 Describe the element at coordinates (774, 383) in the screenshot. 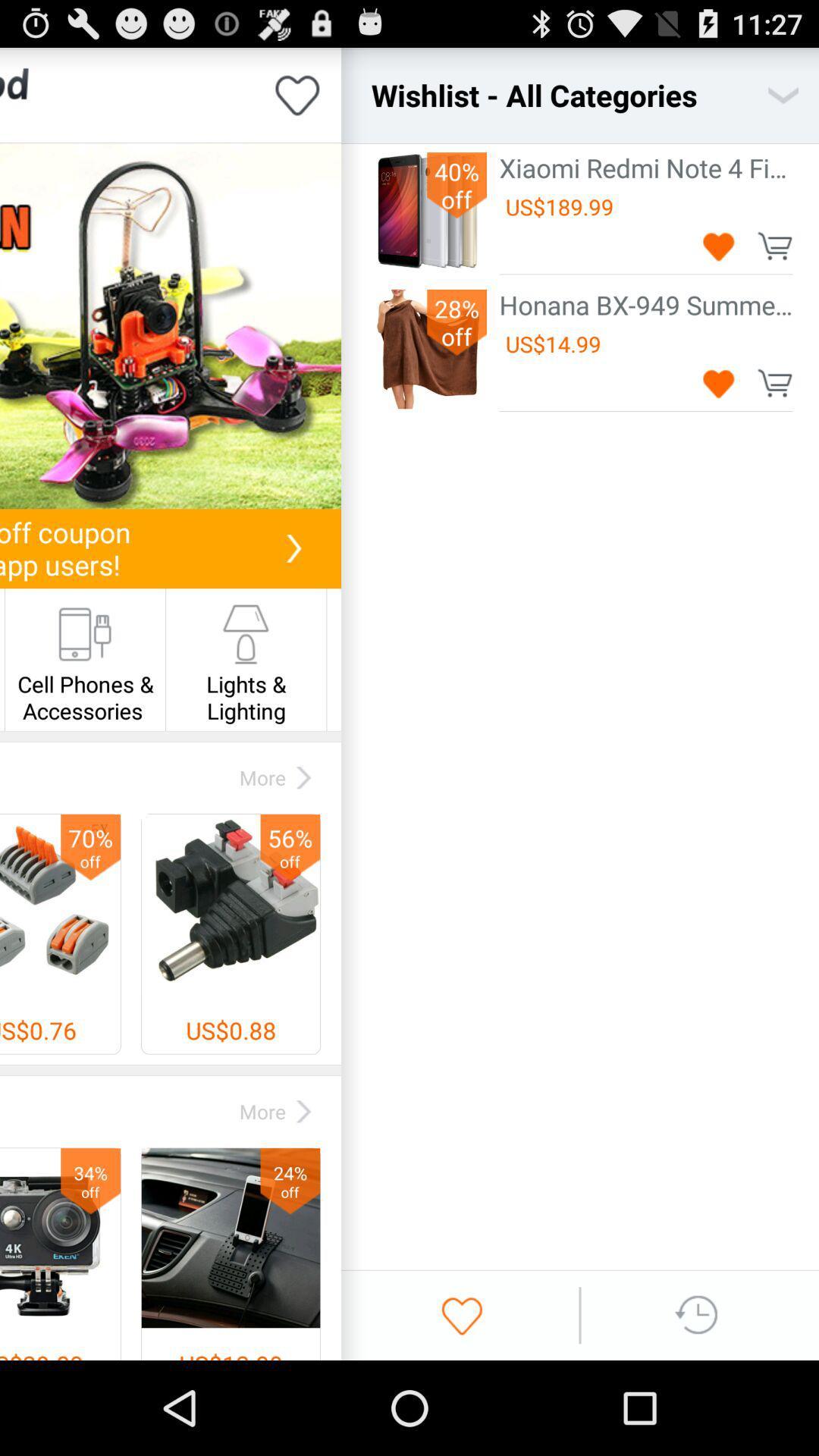

I see `to cart` at that location.